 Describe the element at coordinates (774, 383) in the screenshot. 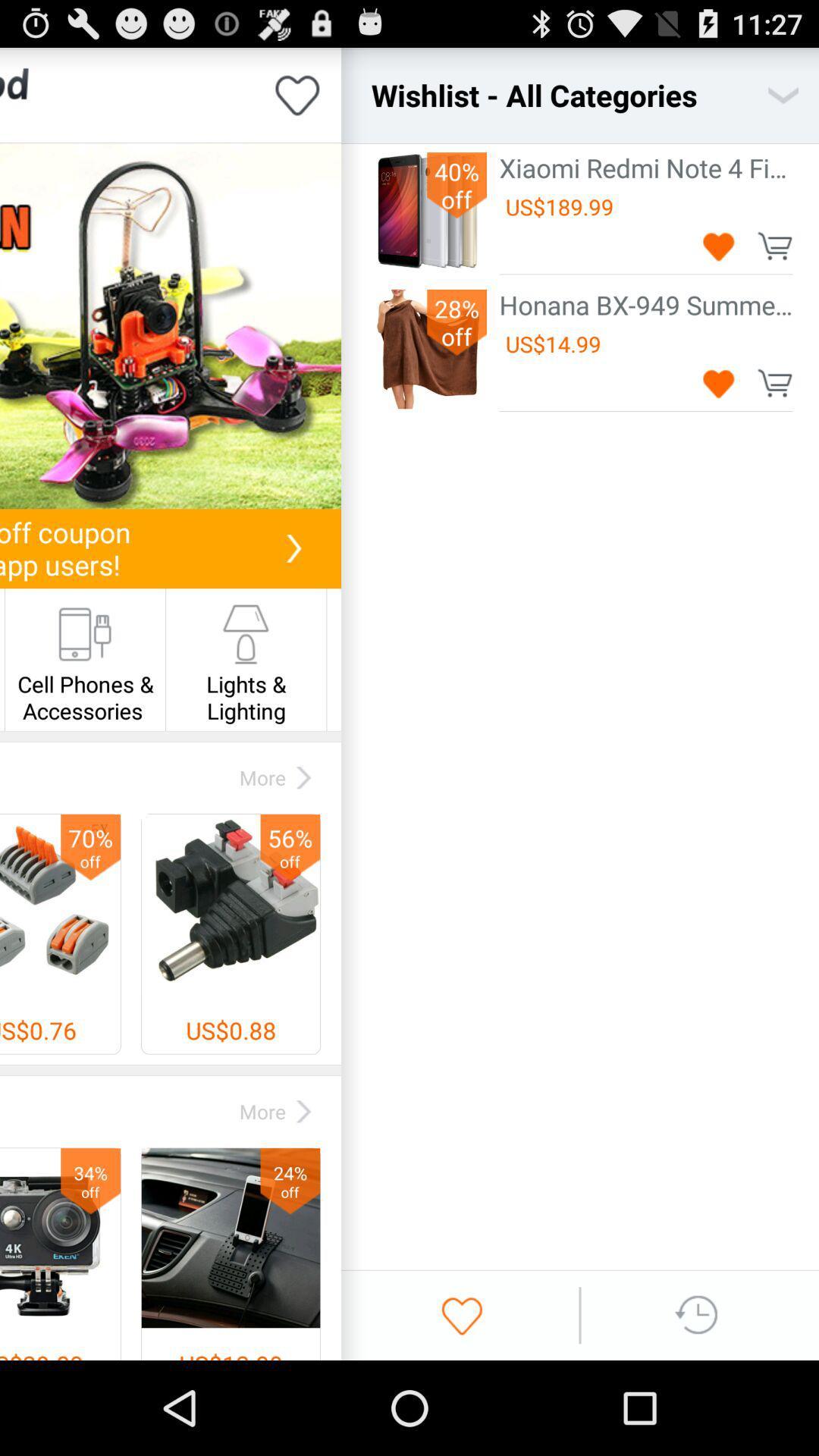

I see `to cart` at that location.